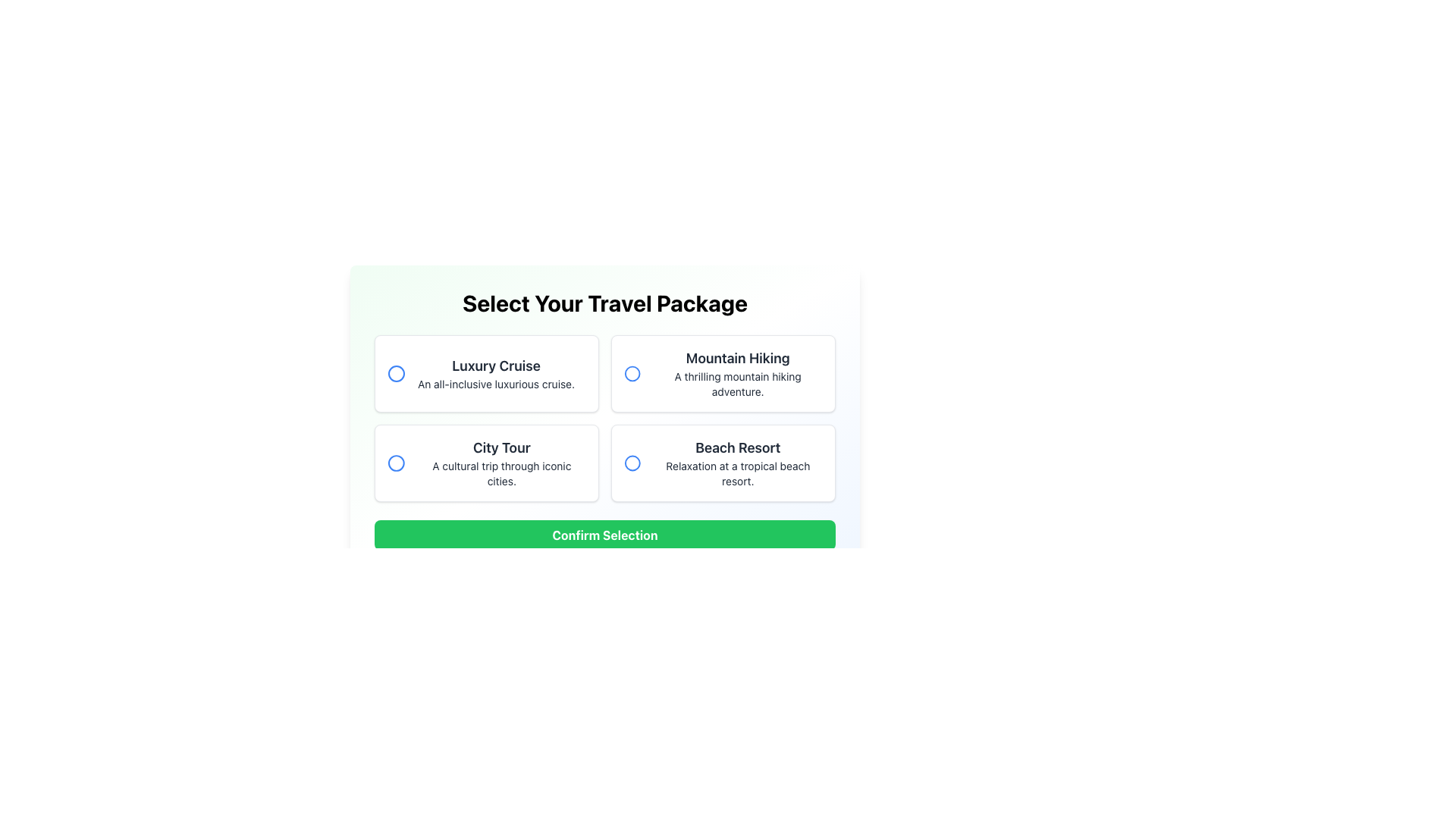 Image resolution: width=1456 pixels, height=819 pixels. Describe the element at coordinates (397, 374) in the screenshot. I see `the current state of the Radio Button Indicator located in the 'Luxury Cruise' option card, which is a circular element with a blue outline and white fill` at that location.